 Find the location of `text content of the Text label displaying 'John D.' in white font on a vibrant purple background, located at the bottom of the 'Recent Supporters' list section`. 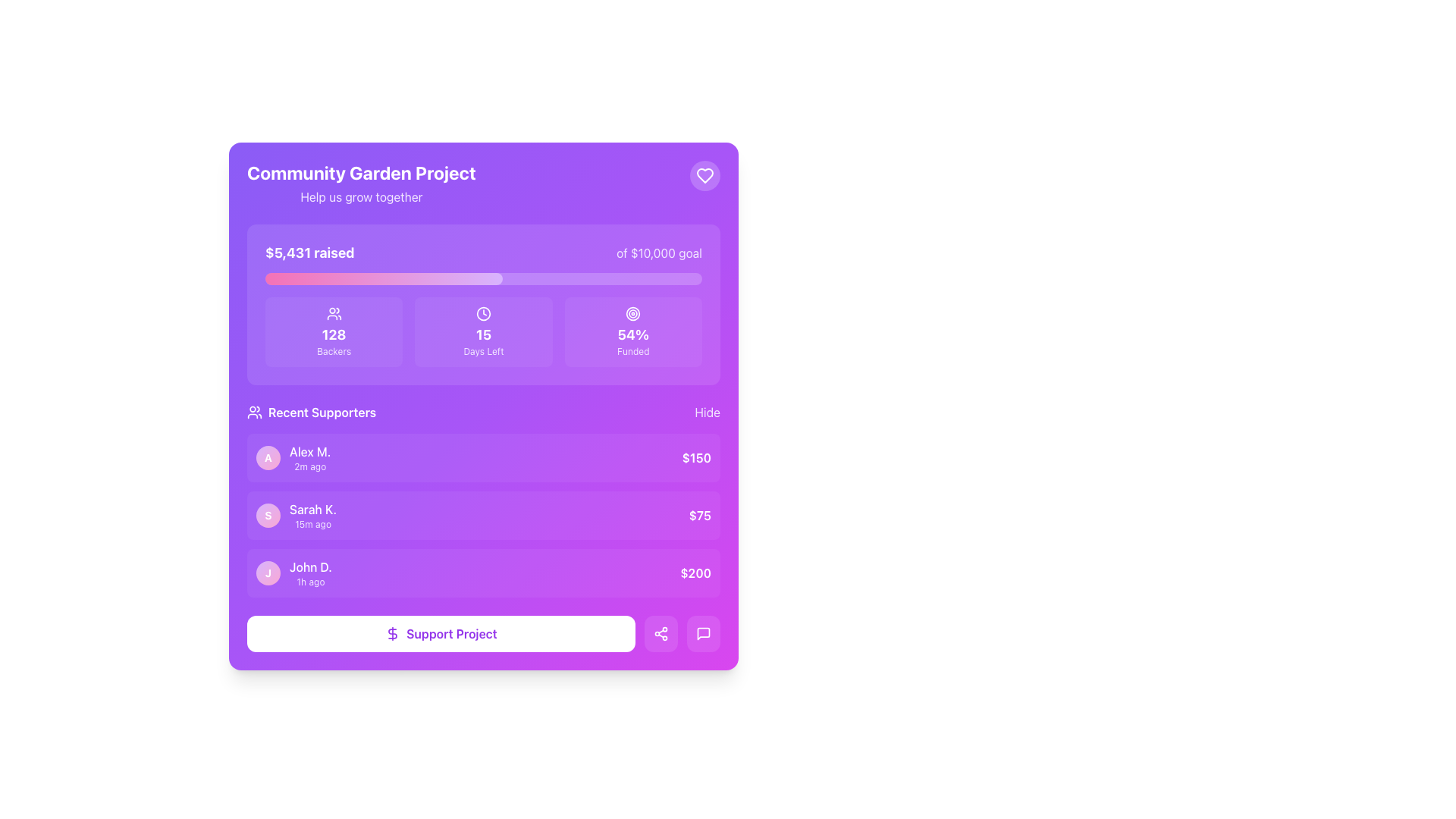

text content of the Text label displaying 'John D.' in white font on a vibrant purple background, located at the bottom of the 'Recent Supporters' list section is located at coordinates (309, 567).